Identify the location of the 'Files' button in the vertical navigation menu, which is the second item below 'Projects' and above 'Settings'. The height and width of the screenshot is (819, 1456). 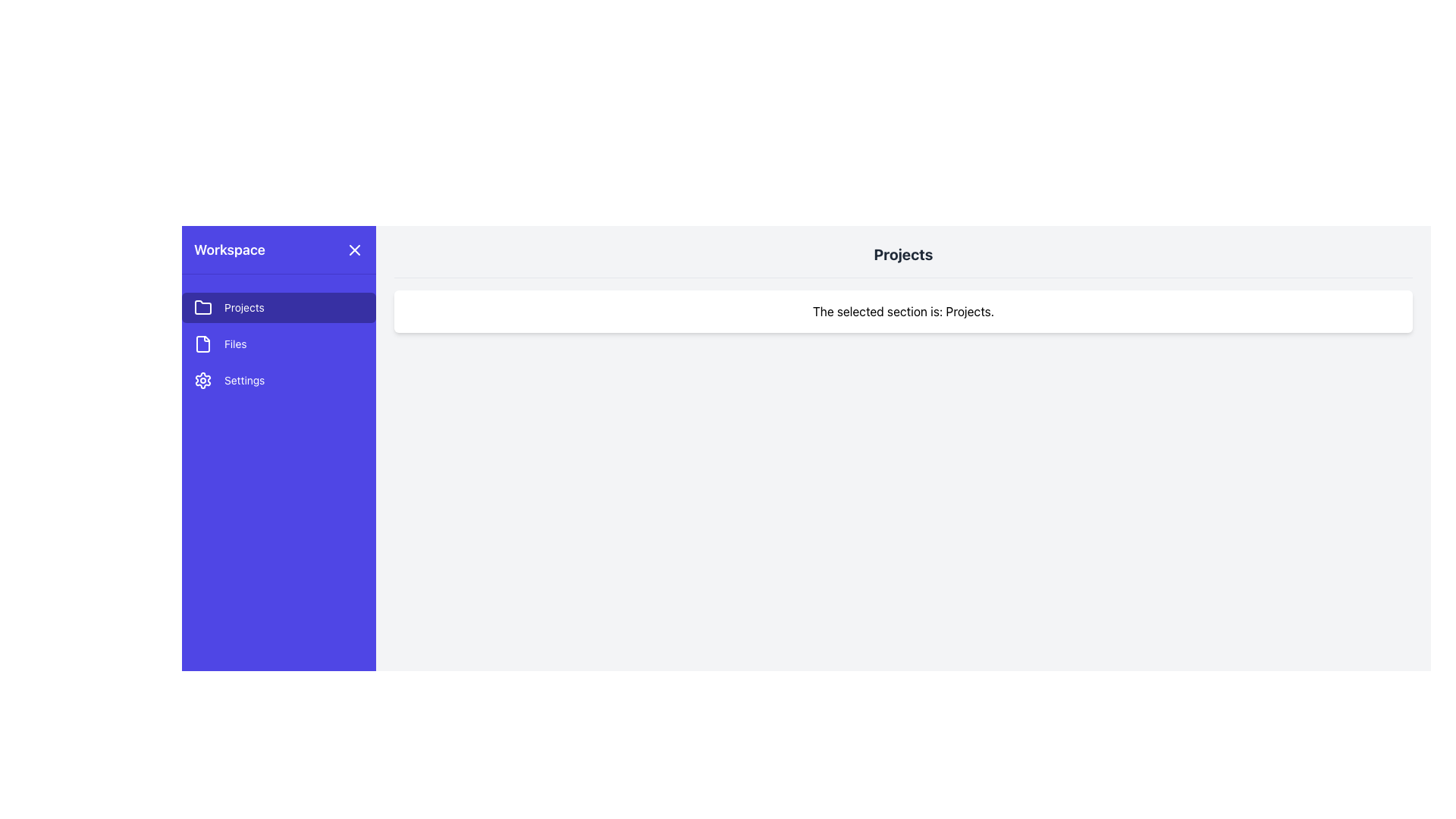
(279, 344).